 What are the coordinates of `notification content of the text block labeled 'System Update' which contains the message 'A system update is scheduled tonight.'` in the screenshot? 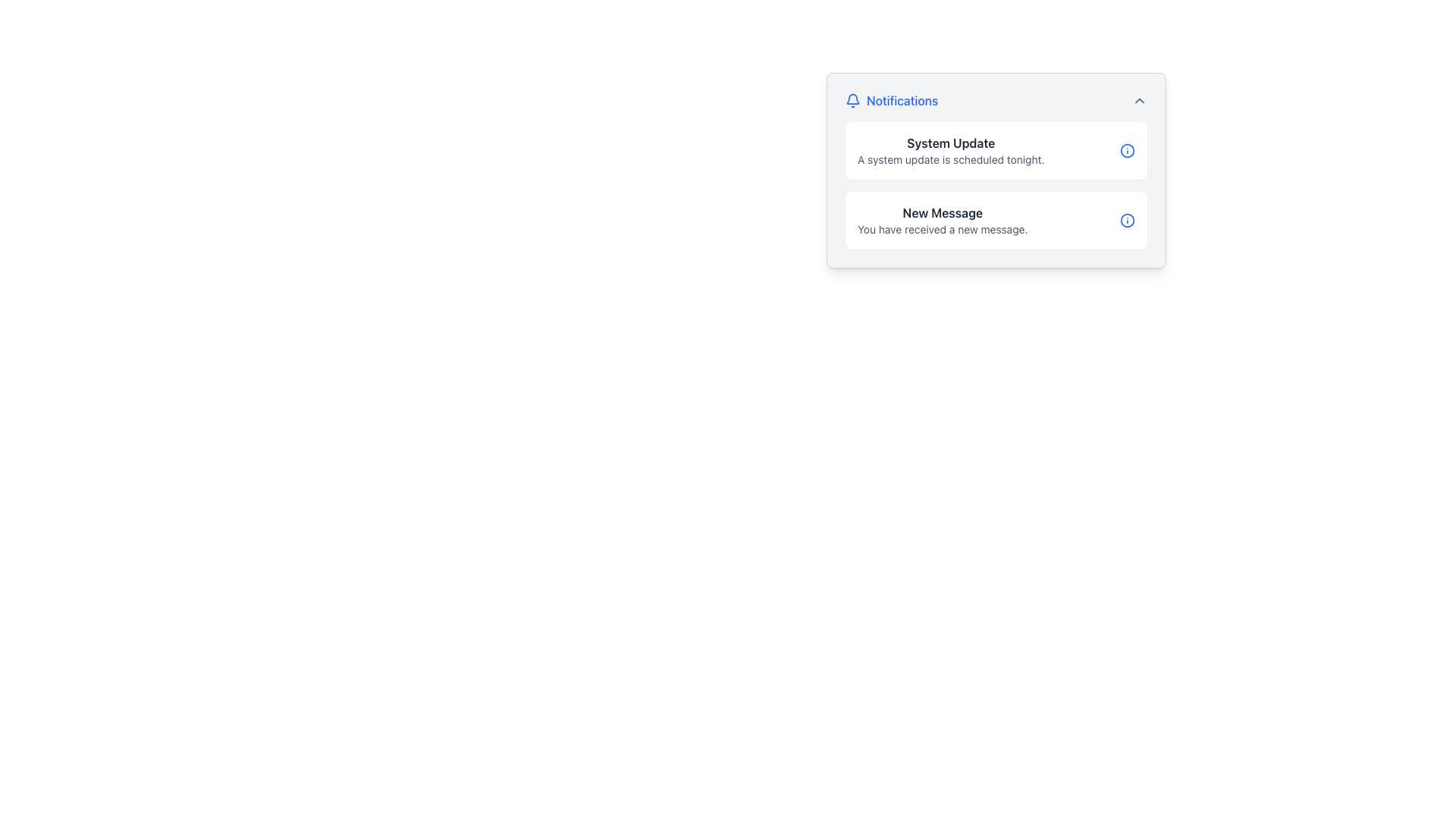 It's located at (950, 151).